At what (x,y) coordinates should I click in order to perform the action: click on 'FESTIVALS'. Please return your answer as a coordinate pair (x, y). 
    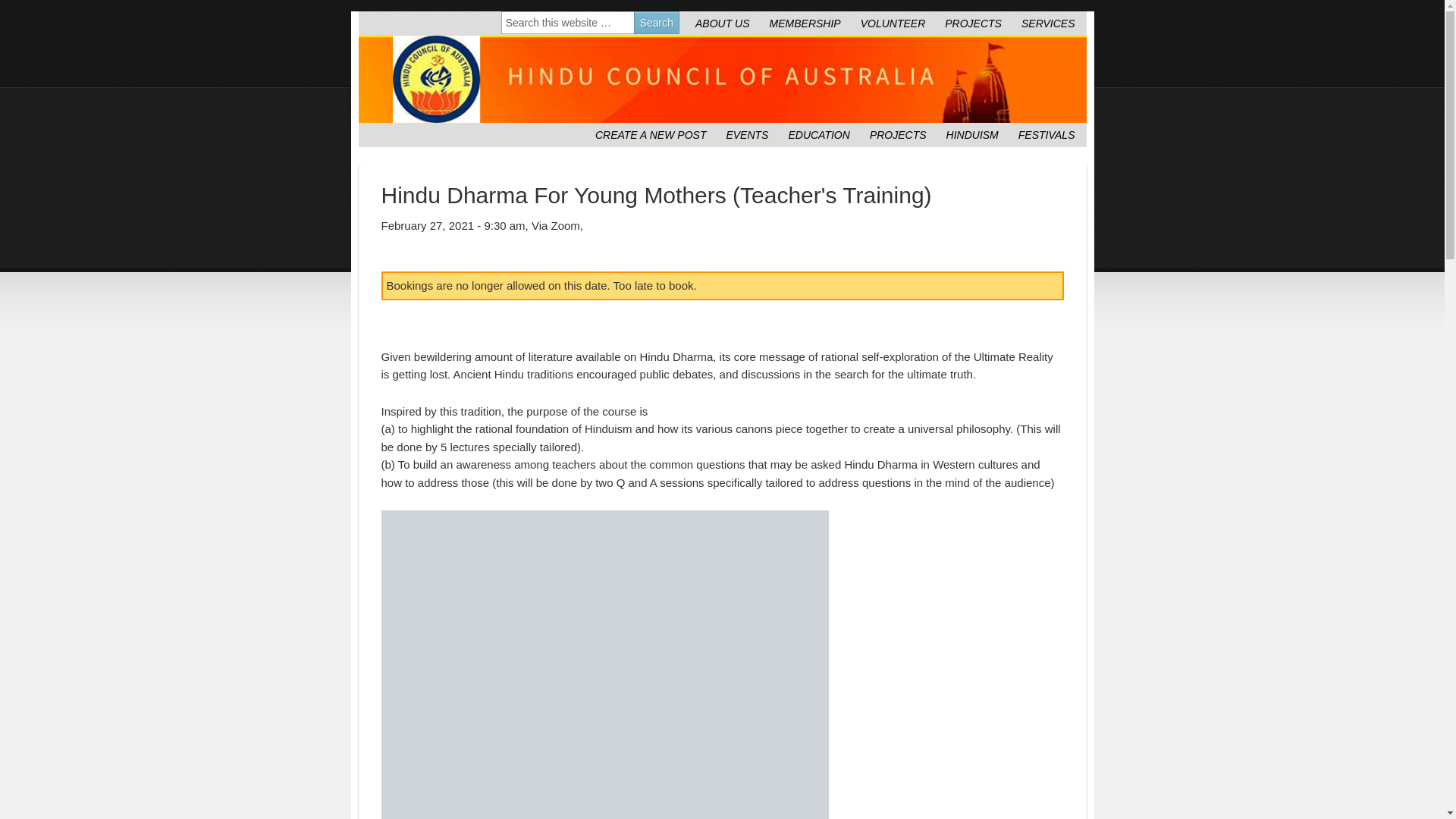
    Looking at the image, I should click on (1046, 133).